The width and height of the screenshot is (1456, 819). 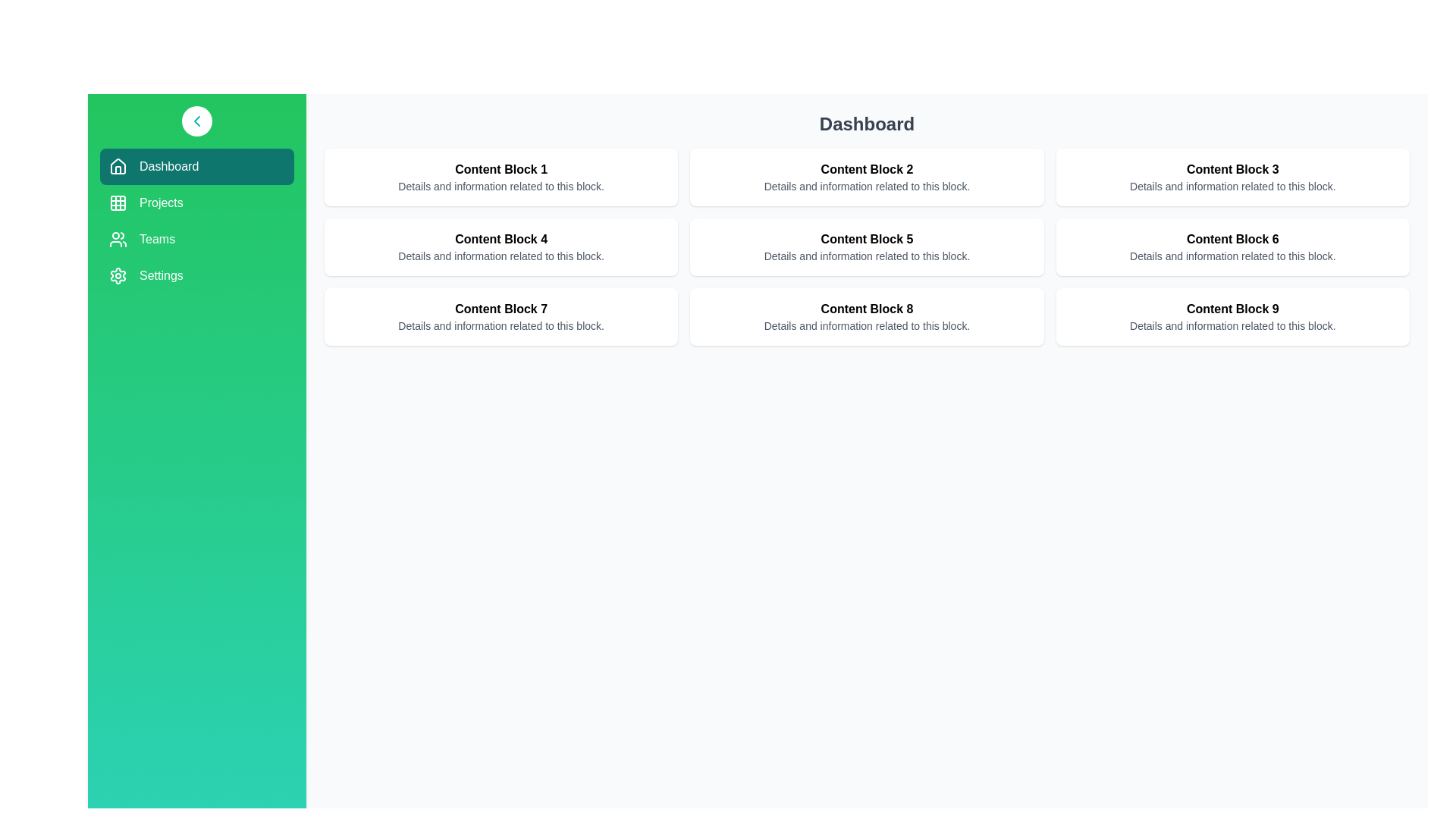 I want to click on the menu item Dashboard from the sidebar, so click(x=196, y=166).